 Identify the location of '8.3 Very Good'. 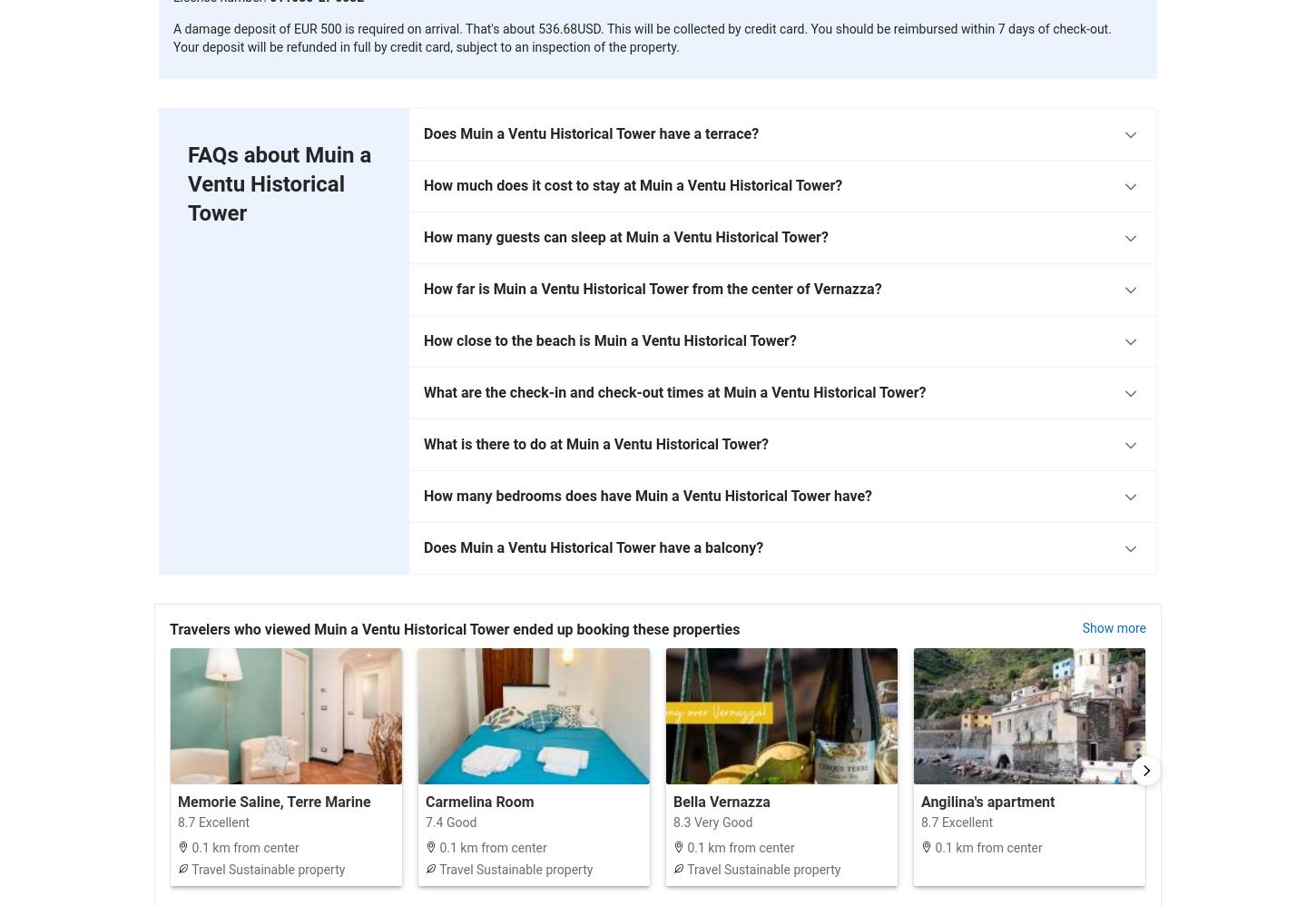
(673, 821).